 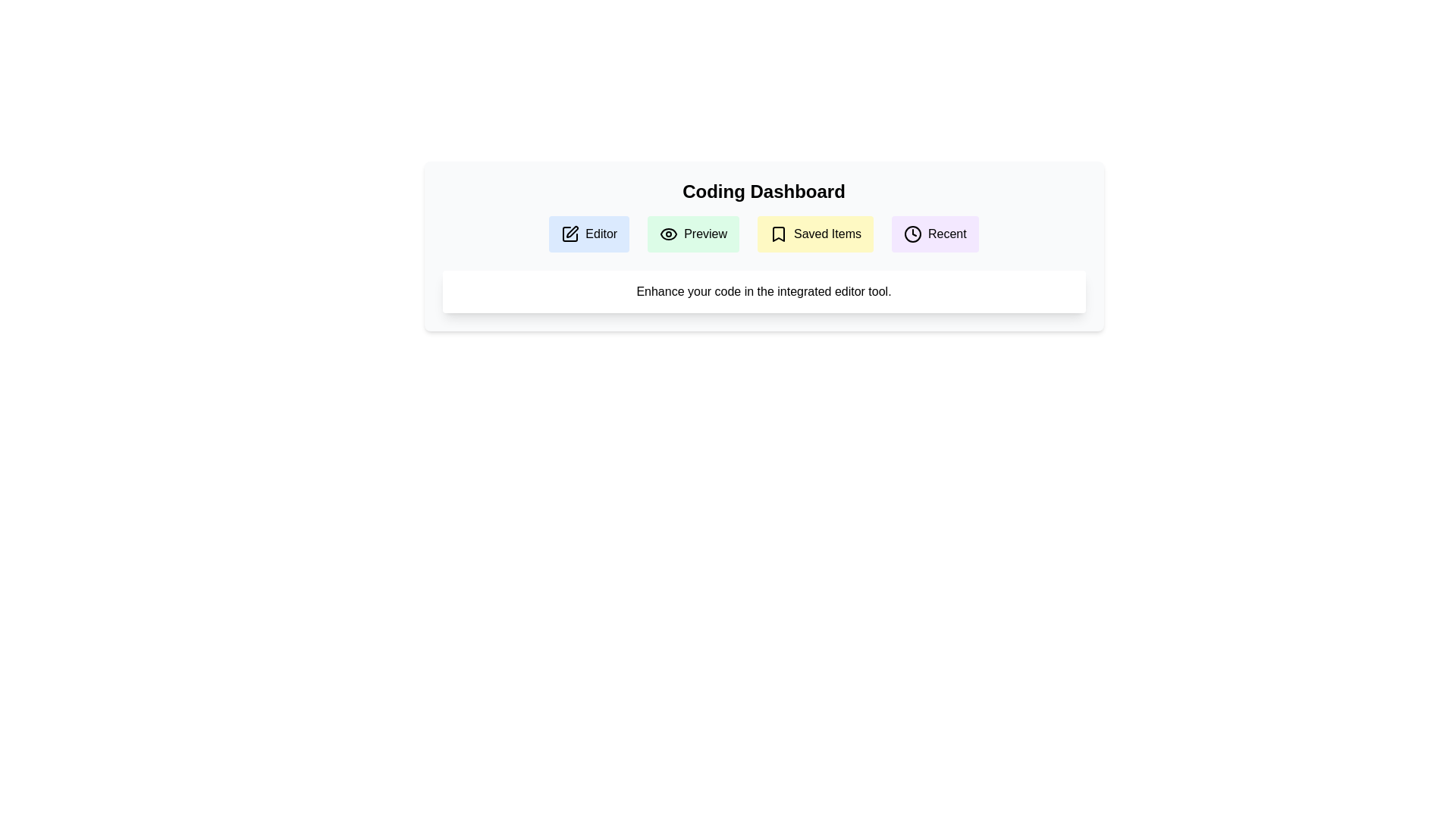 I want to click on the text label located in the leftmost button aligned to the right of the pen icon, so click(x=601, y=234).